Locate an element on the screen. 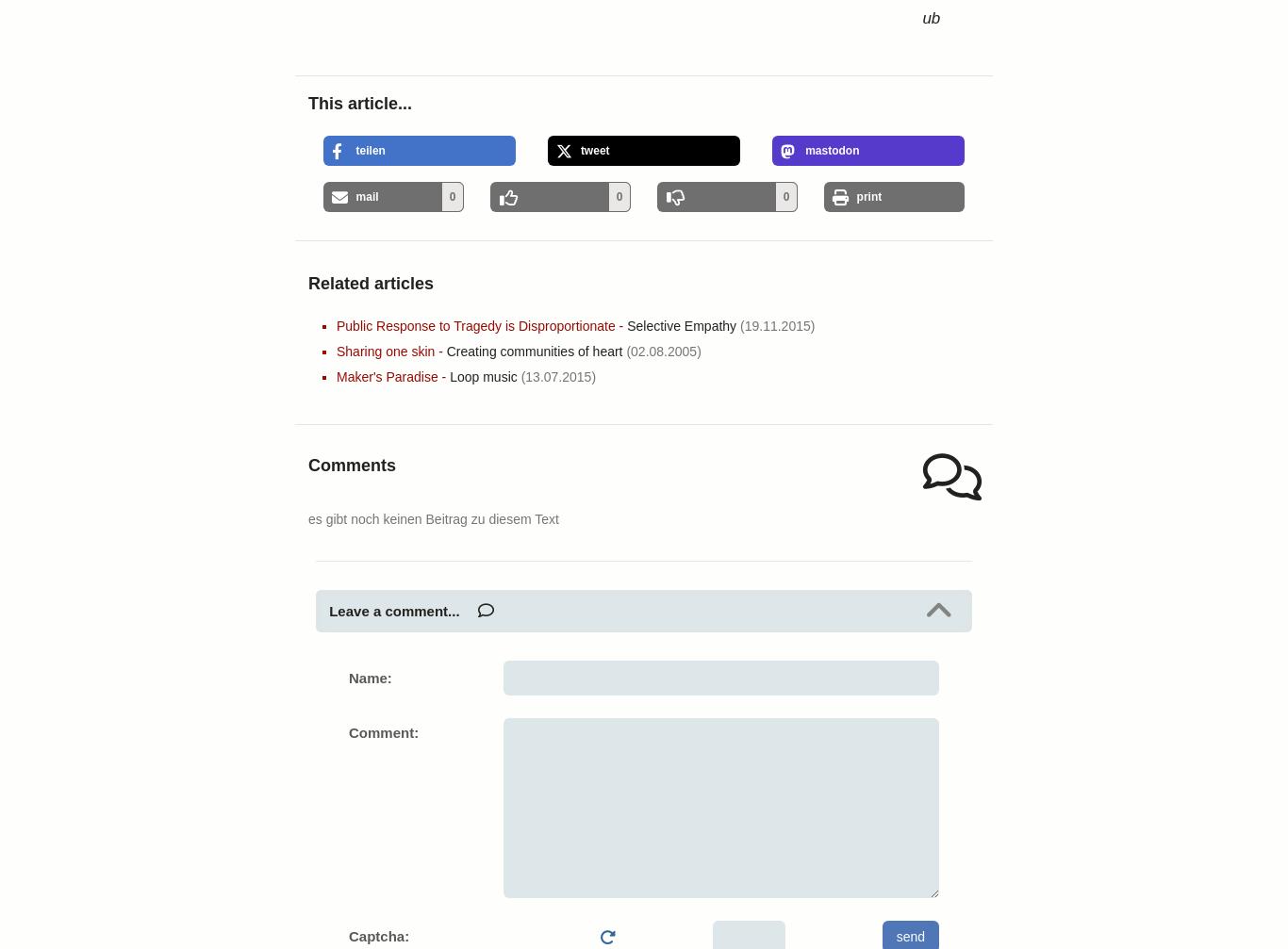 This screenshot has height=949, width=1288. 'mail' is located at coordinates (366, 196).